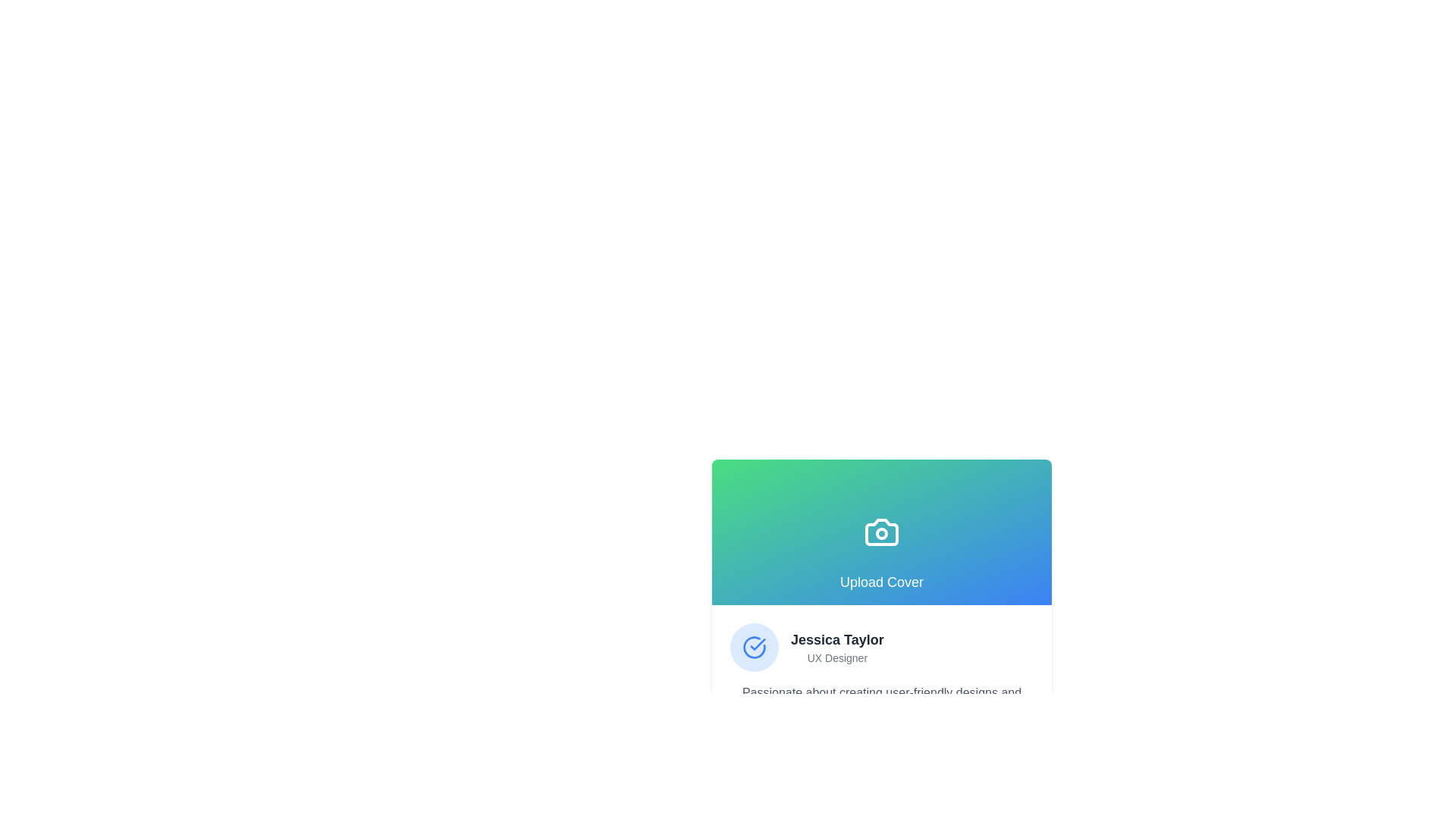 The height and width of the screenshot is (819, 1456). I want to click on the 'Upload Cover' text label, which is styled in white and positioned against a gradient background, located near the bottom-center of the header section, so click(881, 581).